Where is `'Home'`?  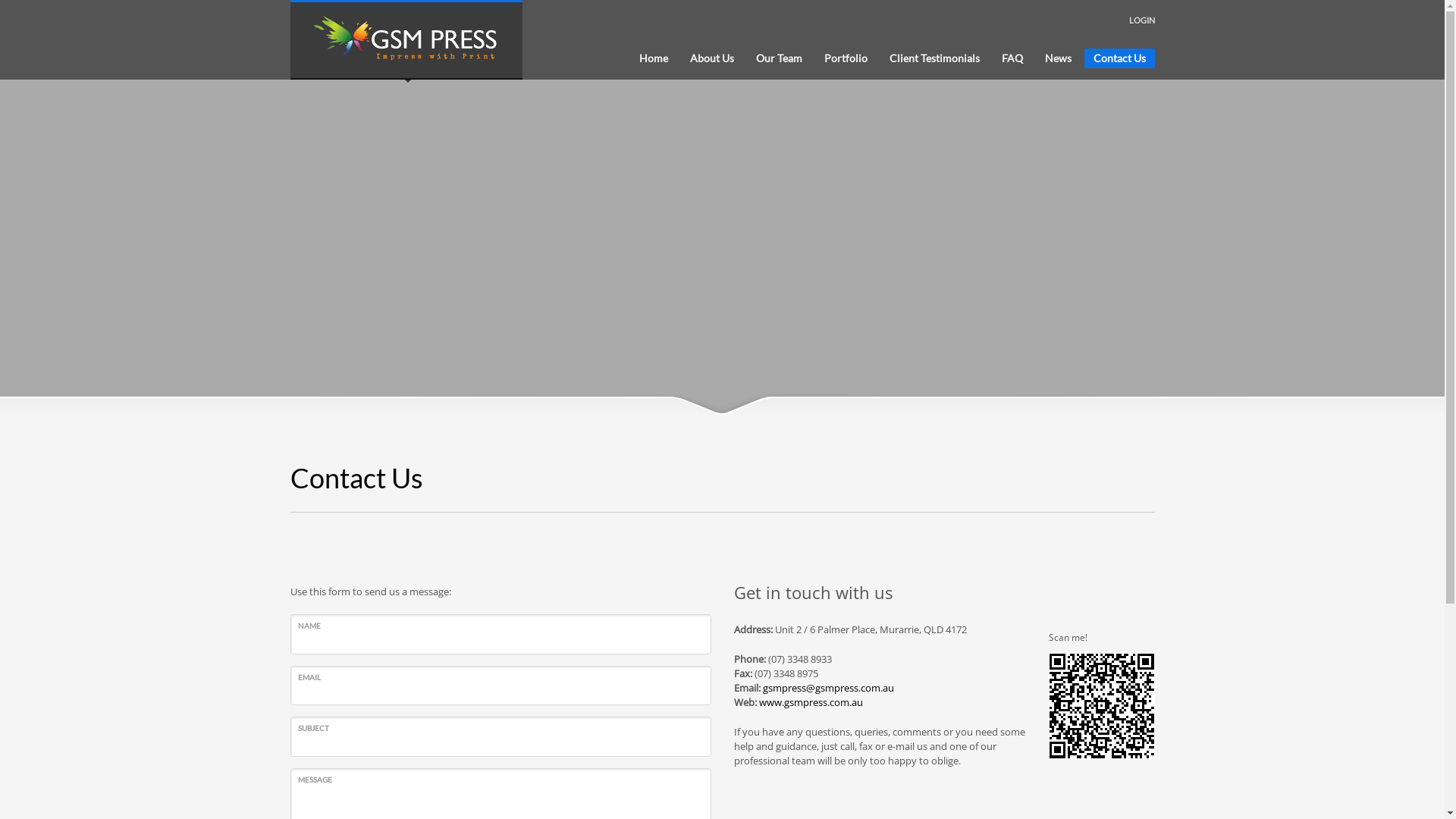
'Home' is located at coordinates (652, 58).